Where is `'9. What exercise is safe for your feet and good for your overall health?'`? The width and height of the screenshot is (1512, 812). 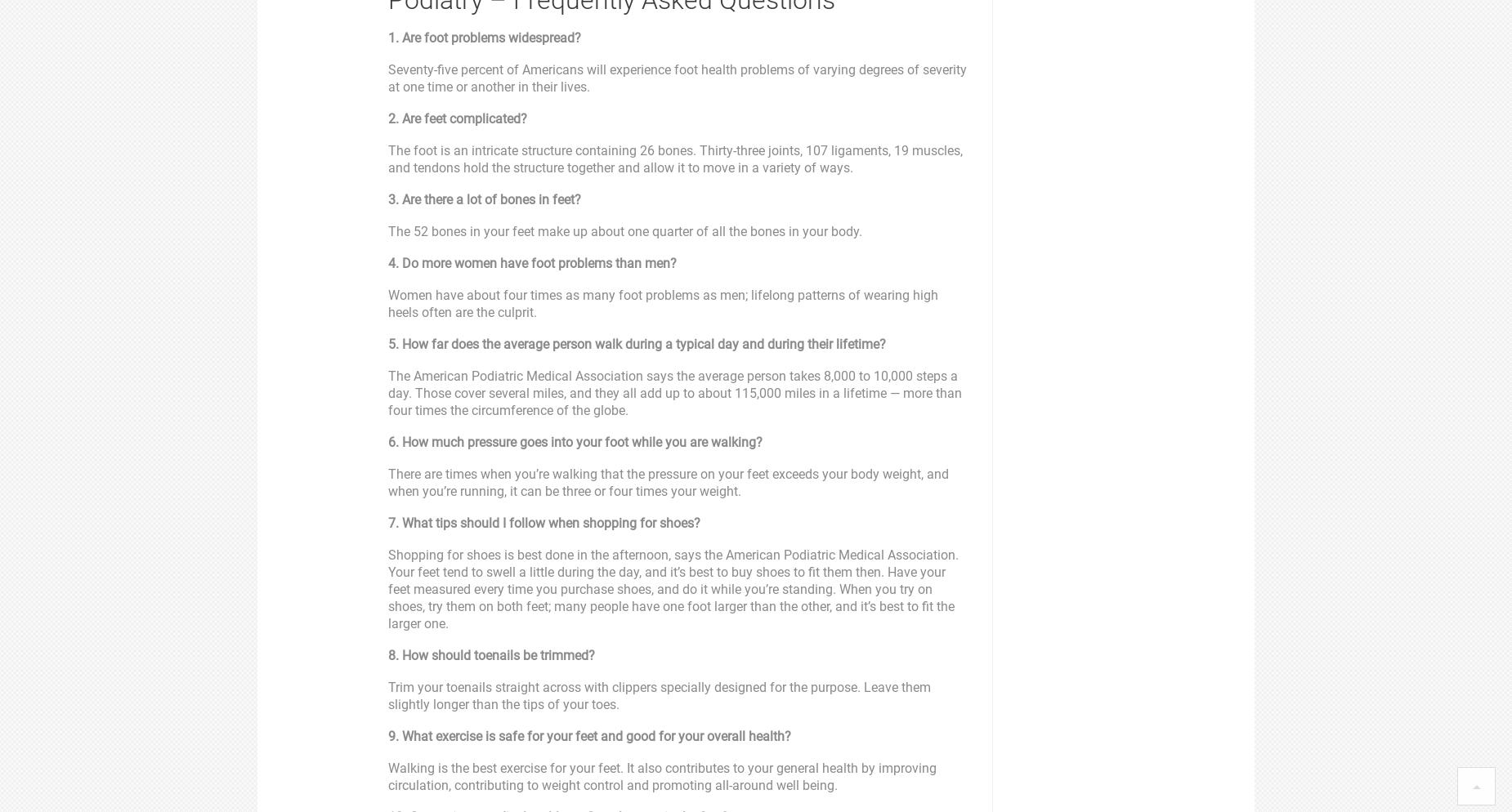
'9. What exercise is safe for your feet and good for your overall health?' is located at coordinates (589, 735).